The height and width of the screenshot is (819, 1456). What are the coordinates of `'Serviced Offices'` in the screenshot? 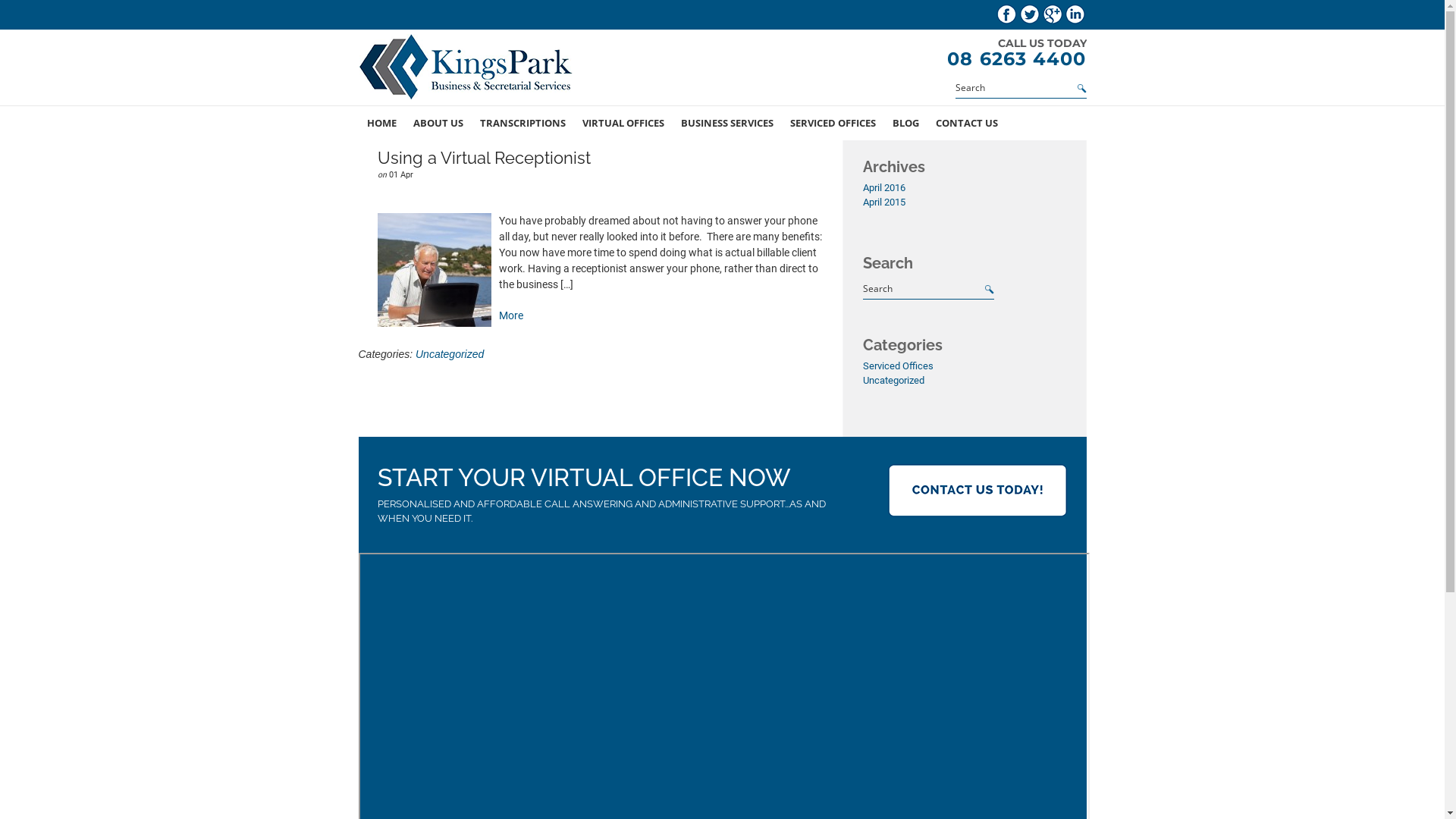 It's located at (898, 366).